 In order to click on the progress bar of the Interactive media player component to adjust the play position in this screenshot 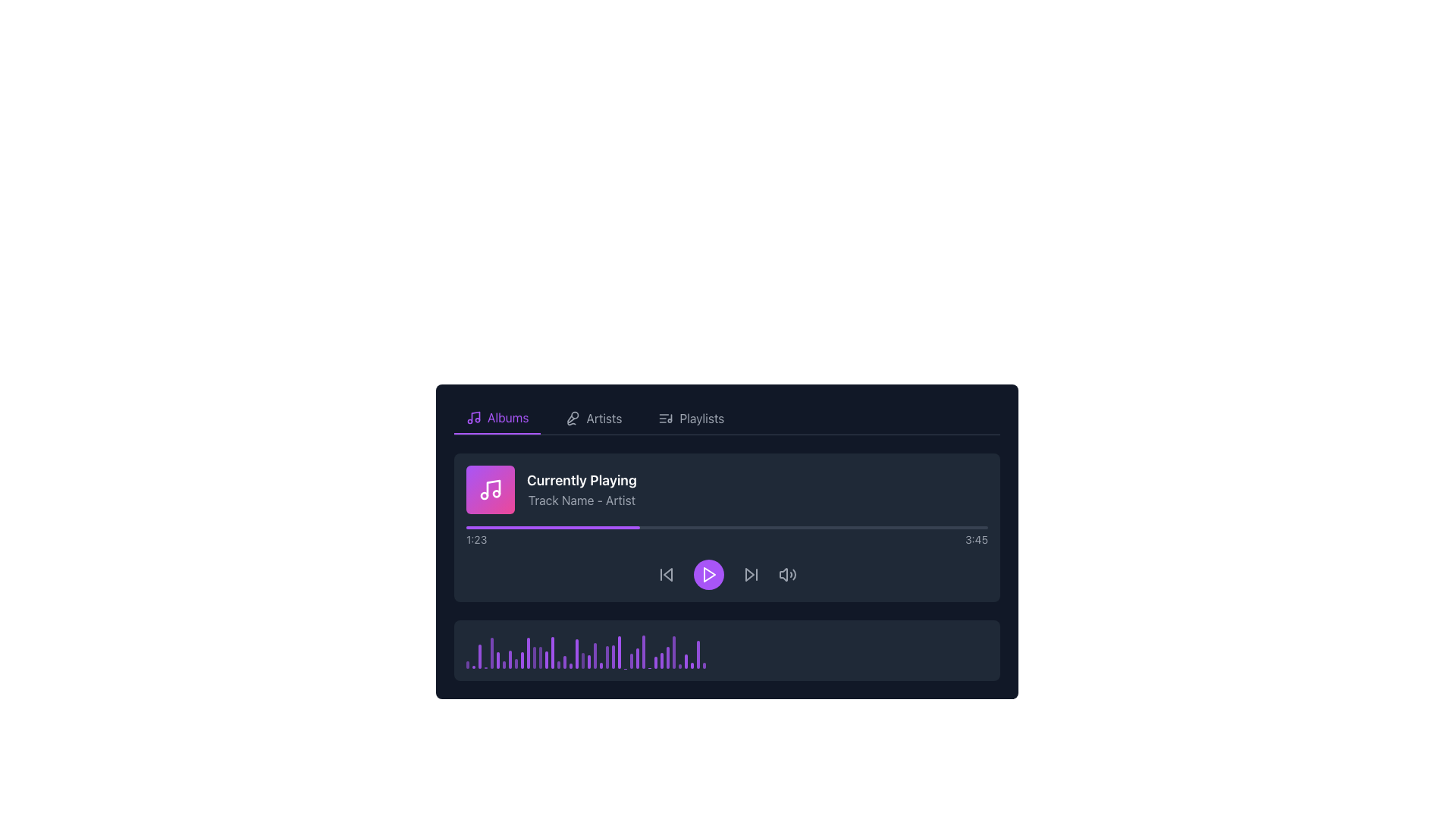, I will do `click(726, 526)`.